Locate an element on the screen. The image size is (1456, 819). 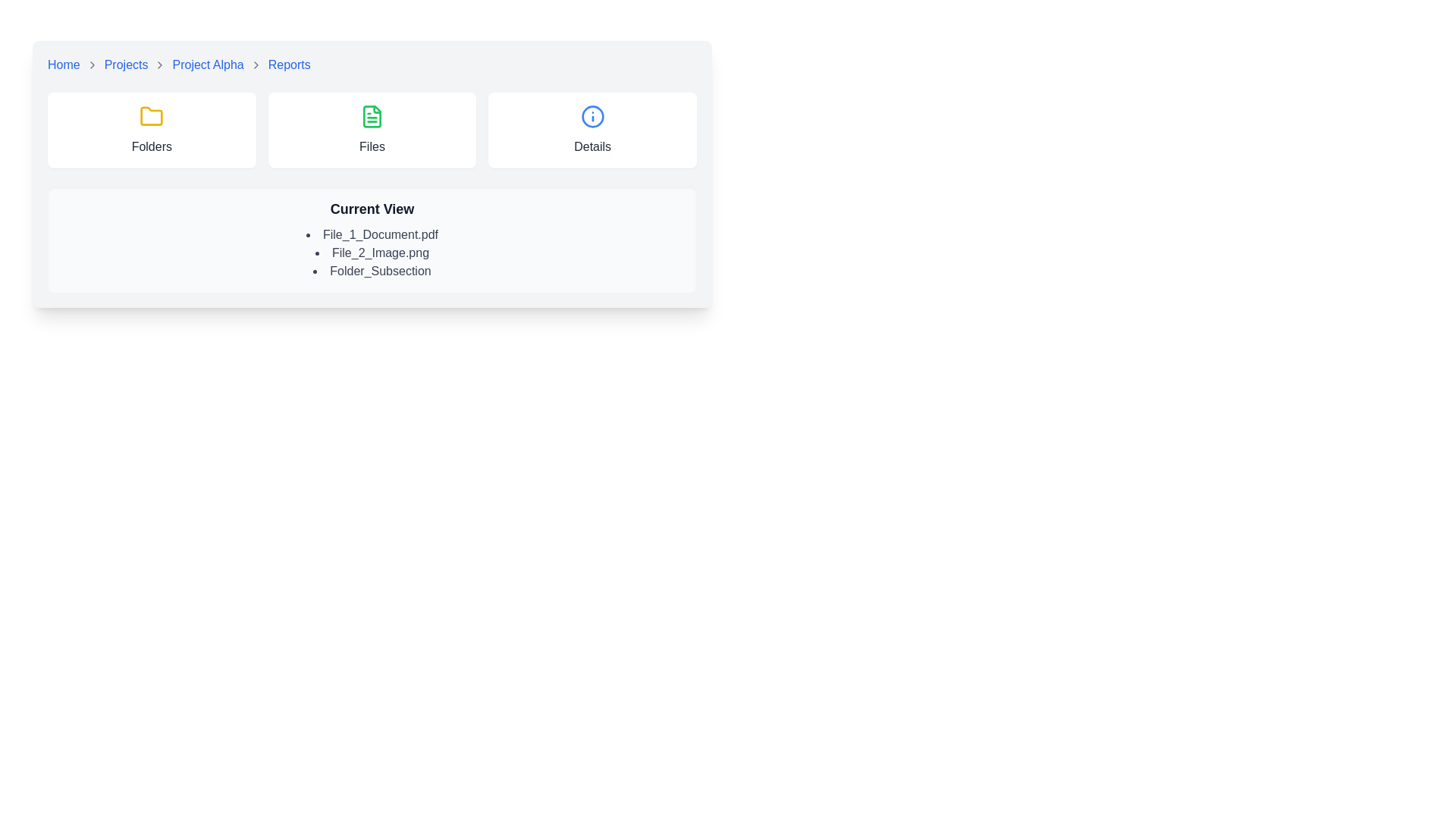
the Details card, which is the third card from the left in a row of elements labeled 'Folders,' 'Files,' and 'Details.' This card features a blue information icon at the top and a label reading 'Details' in darker gray font is located at coordinates (591, 130).